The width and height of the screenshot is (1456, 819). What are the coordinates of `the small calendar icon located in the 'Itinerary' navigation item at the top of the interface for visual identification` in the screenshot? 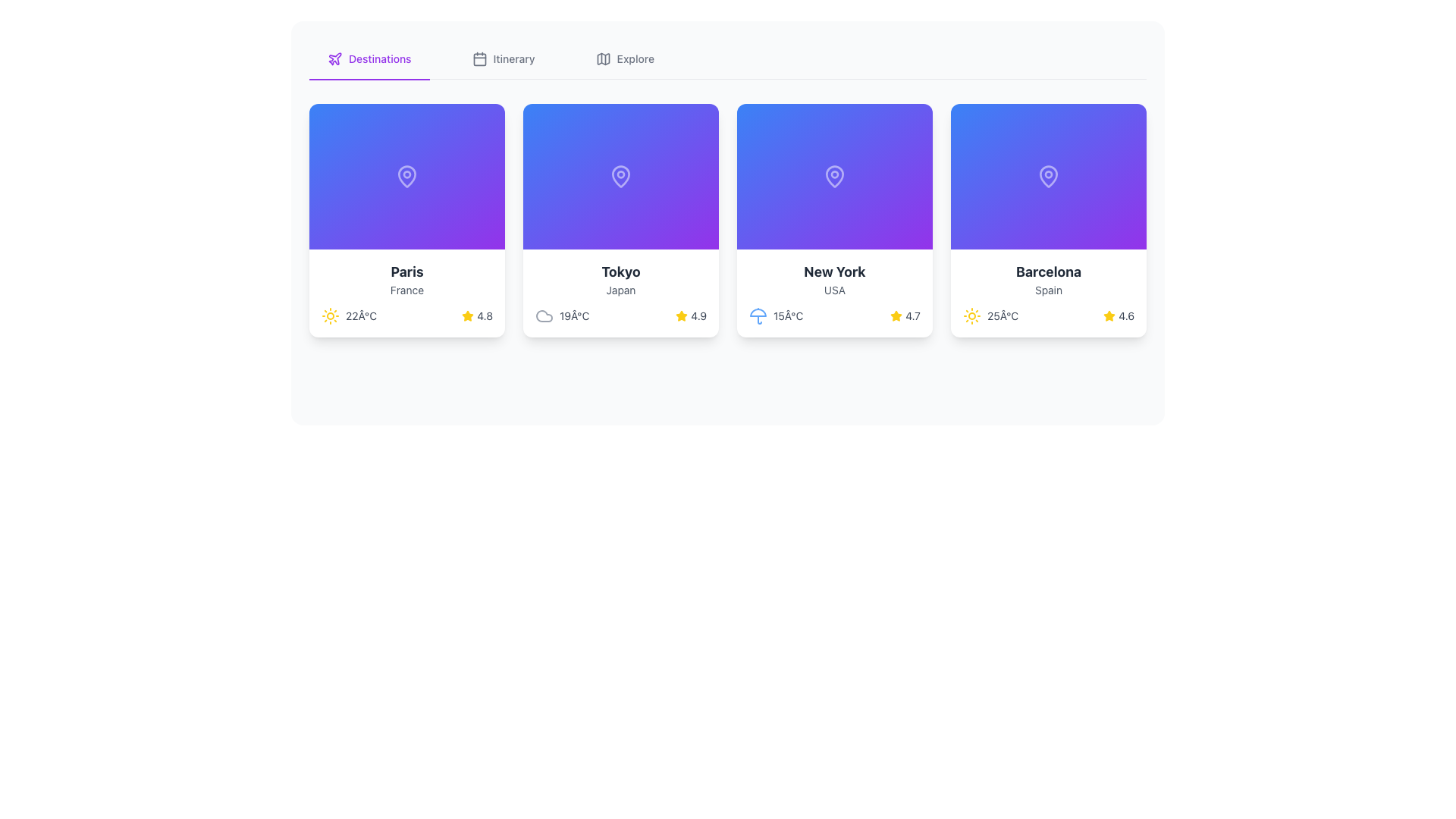 It's located at (479, 58).